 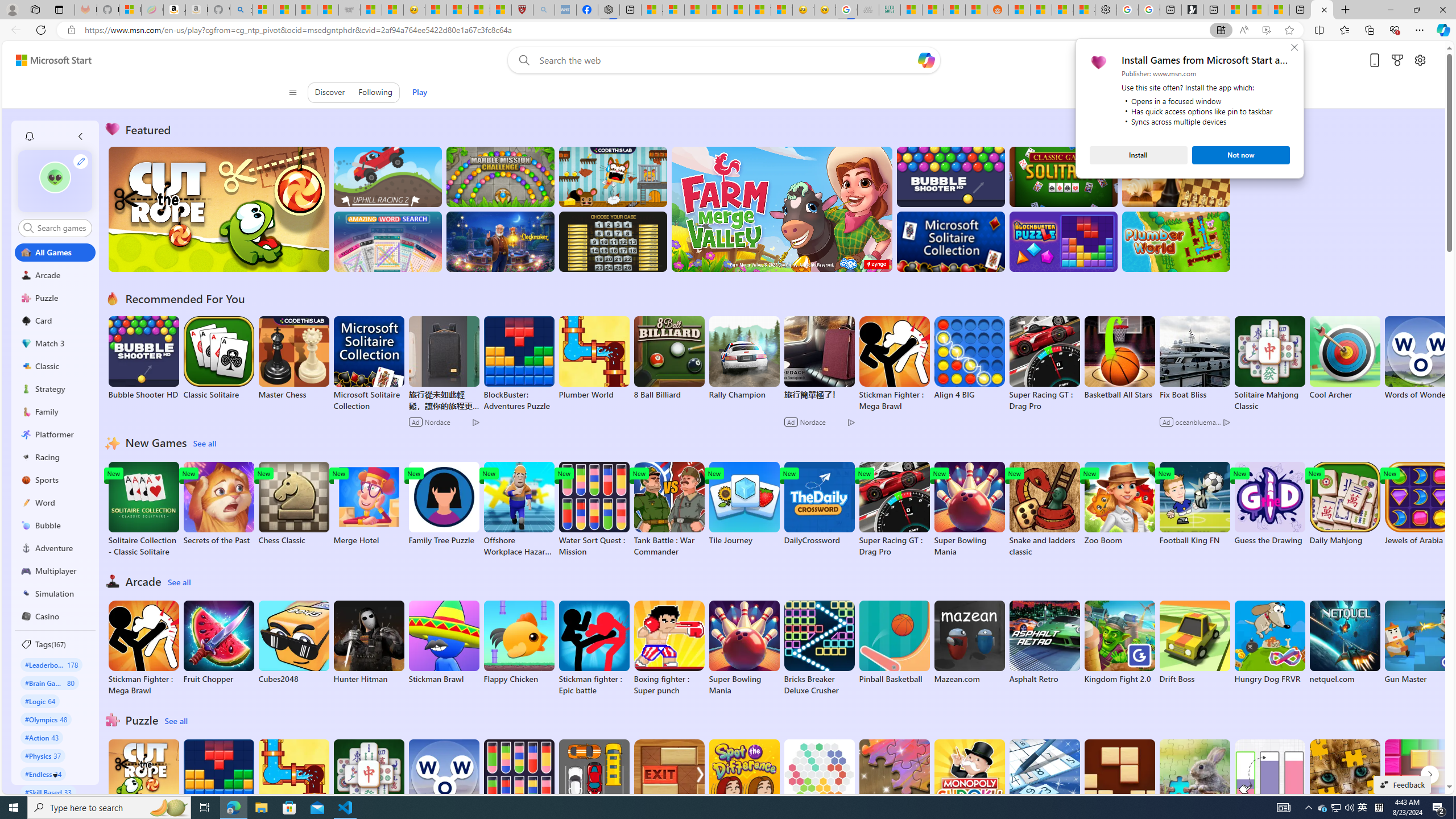 I want to click on '#Brain Games 80', so click(x=49, y=682).